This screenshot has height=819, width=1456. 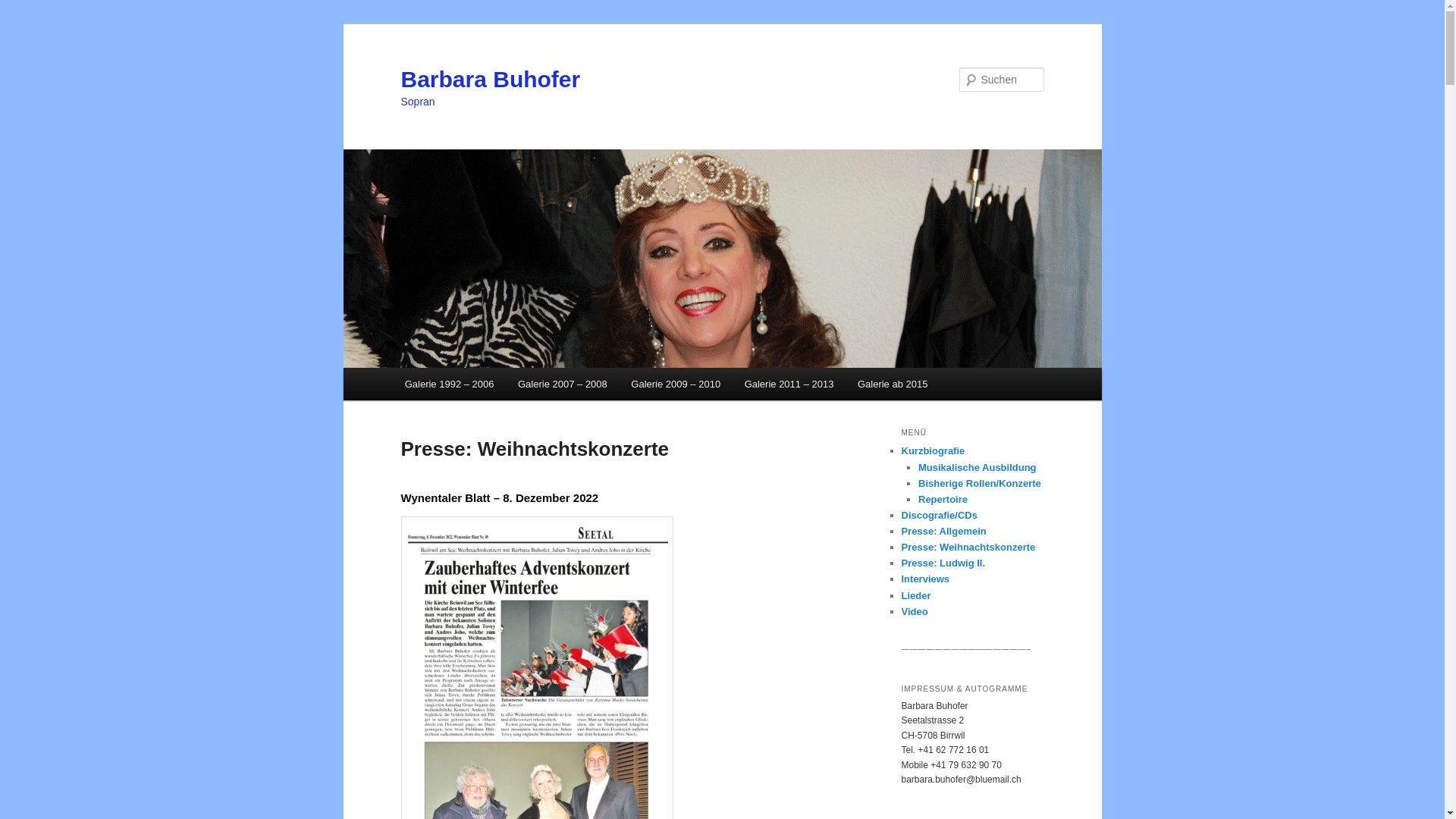 I want to click on 'Presse: Weihnachtskonzerte', so click(x=967, y=547).